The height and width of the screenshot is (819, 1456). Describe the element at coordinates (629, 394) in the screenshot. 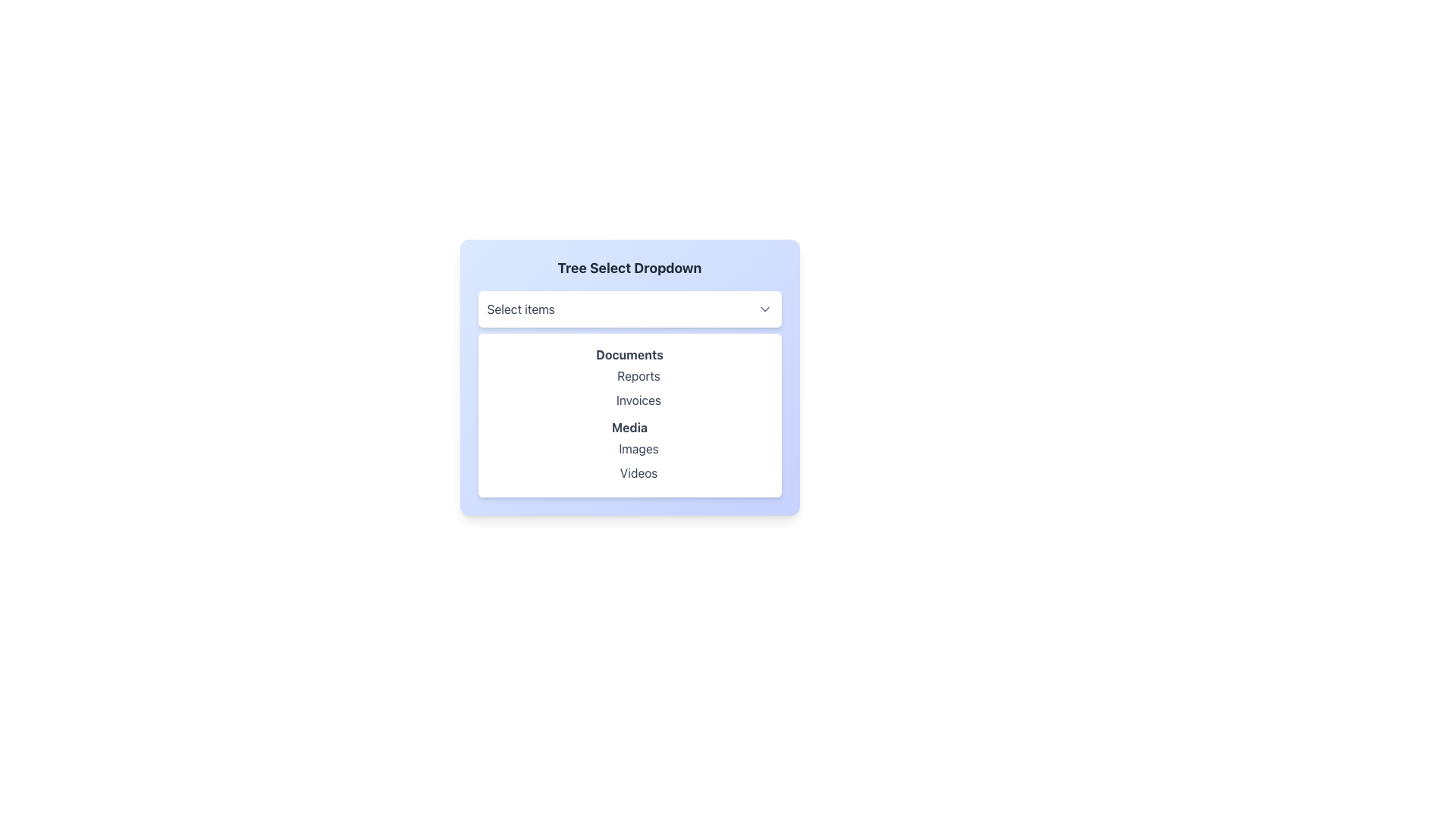

I see `the 'Invoices' entry in the dropdown menu` at that location.